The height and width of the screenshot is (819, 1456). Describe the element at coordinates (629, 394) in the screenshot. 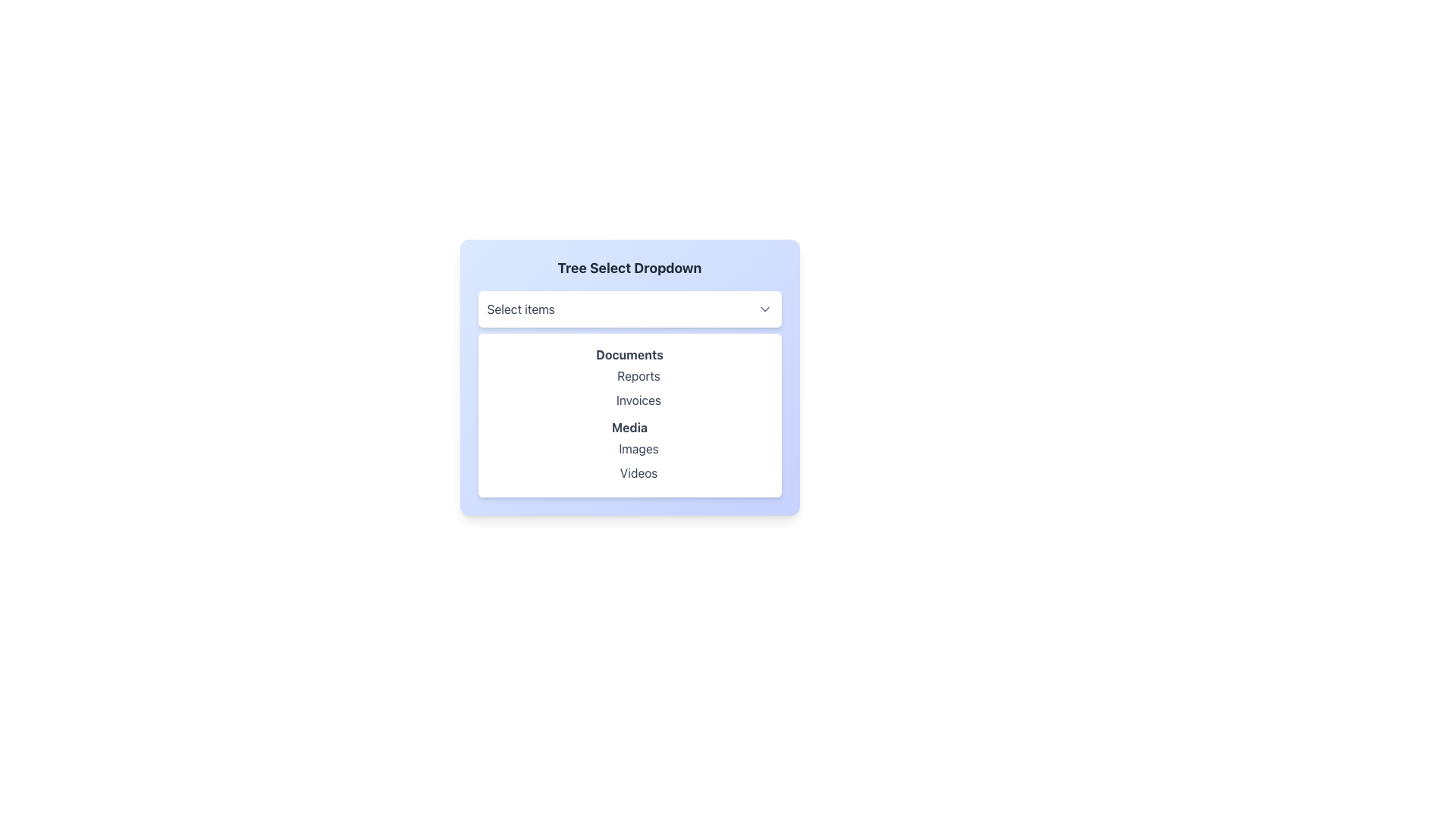

I see `the 'Invoices' entry in the dropdown menu` at that location.